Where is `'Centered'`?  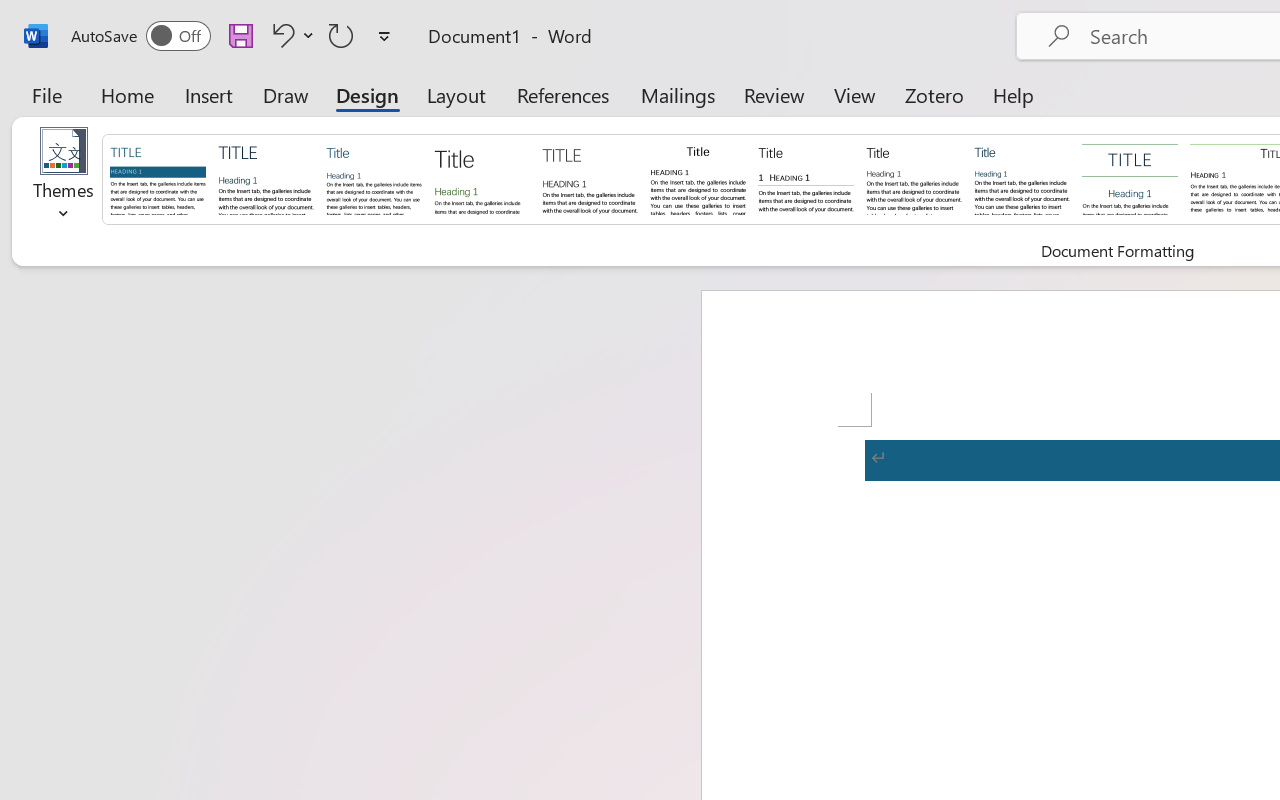 'Centered' is located at coordinates (1130, 177).